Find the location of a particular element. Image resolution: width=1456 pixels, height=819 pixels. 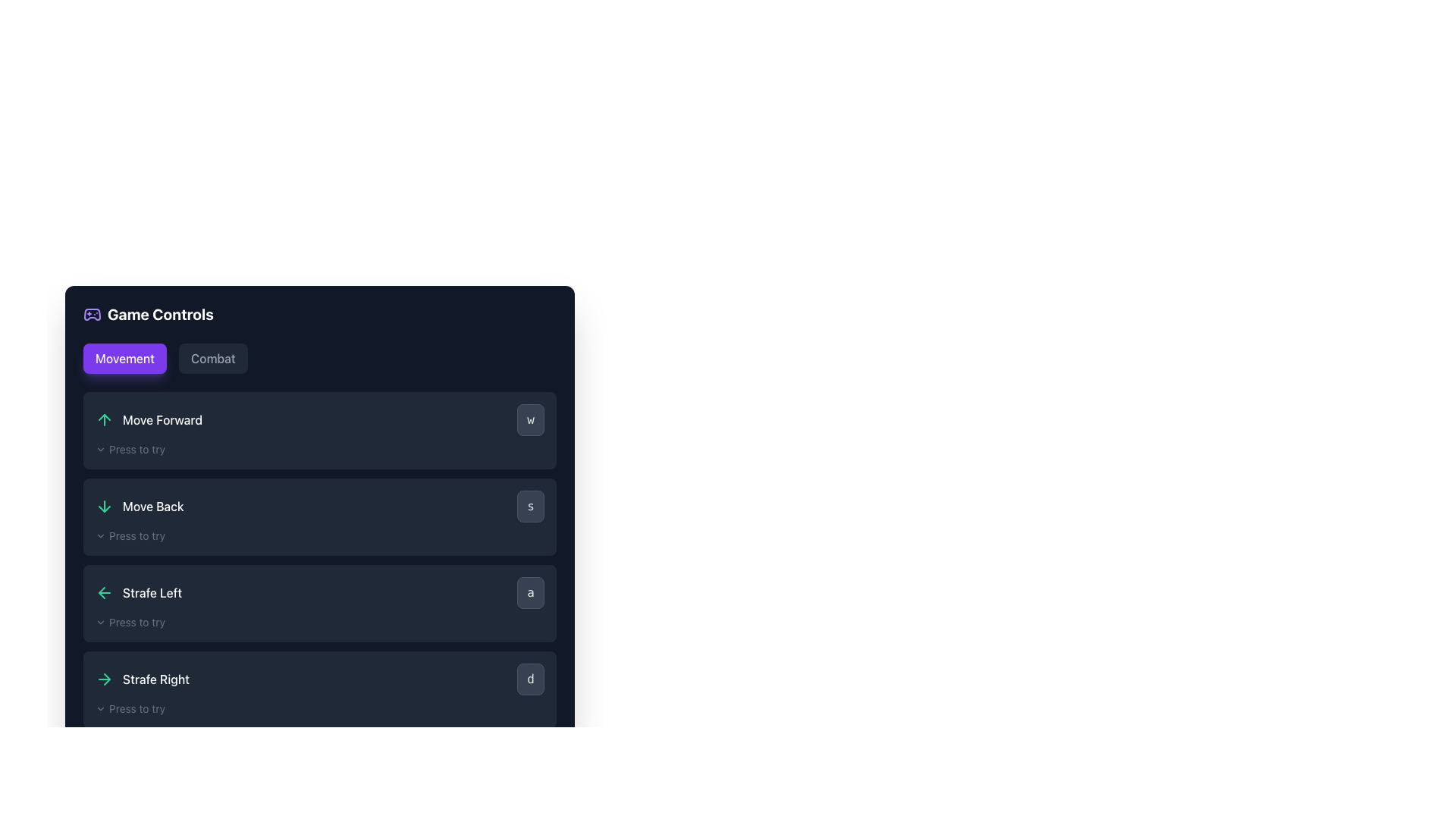

the informational card labeled 'Strafe Left', which is the third interactive control in the 'Movement' section of the 'Game Controls' is located at coordinates (319, 602).